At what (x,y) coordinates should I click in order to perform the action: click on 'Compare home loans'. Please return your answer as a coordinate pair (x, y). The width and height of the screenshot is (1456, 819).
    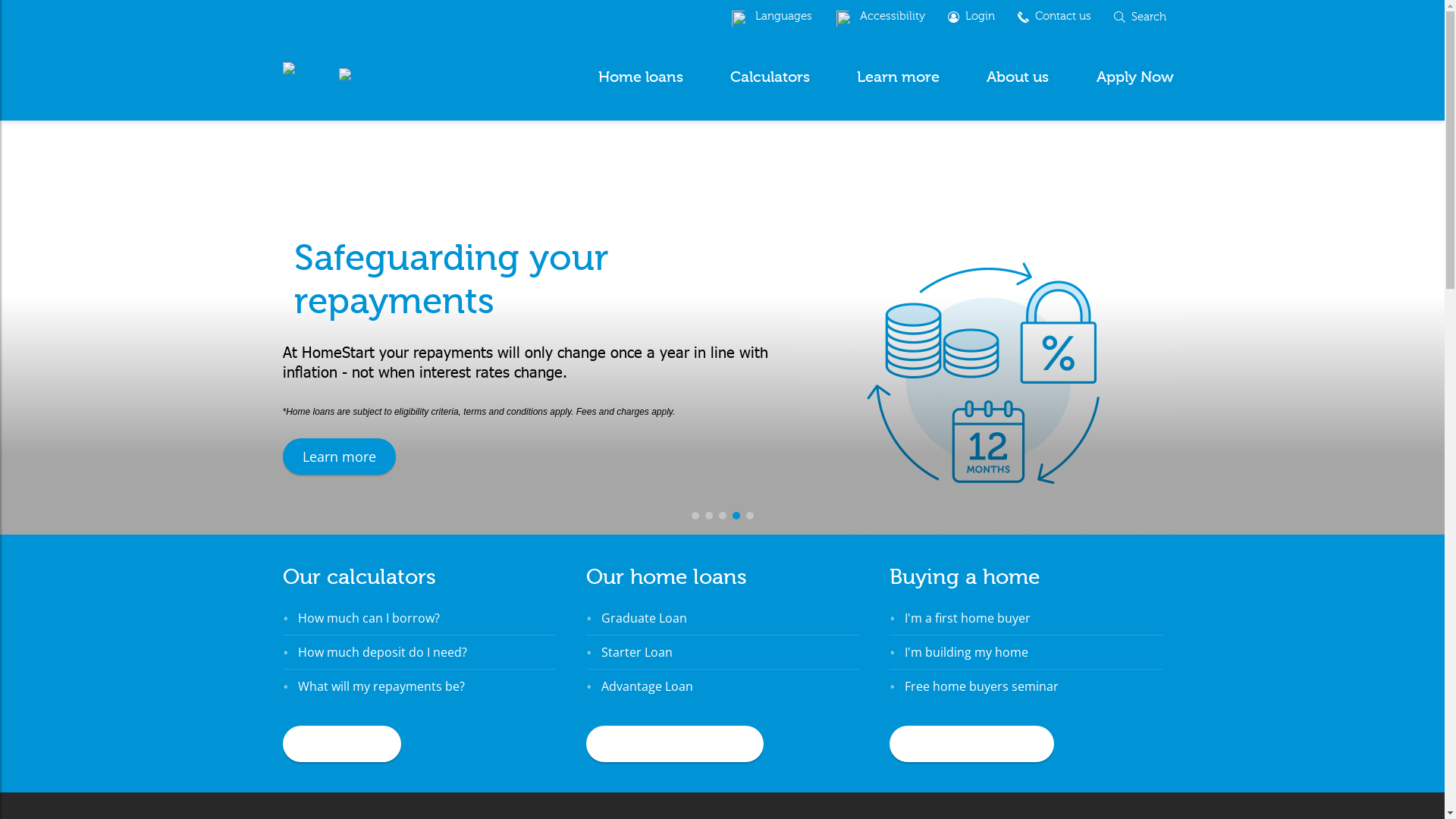
    Looking at the image, I should click on (673, 742).